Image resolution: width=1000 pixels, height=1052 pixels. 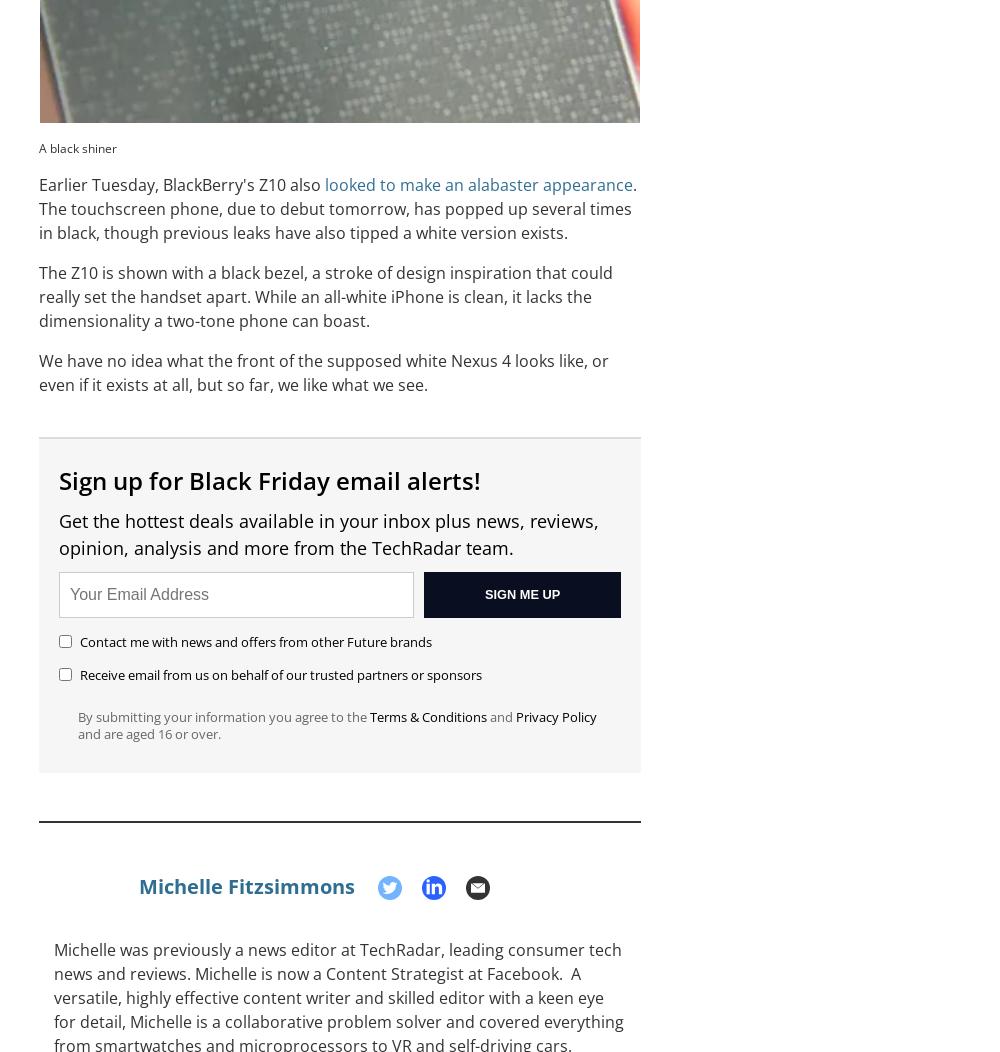 What do you see at coordinates (556, 717) in the screenshot?
I see `'Privacy Policy'` at bounding box center [556, 717].